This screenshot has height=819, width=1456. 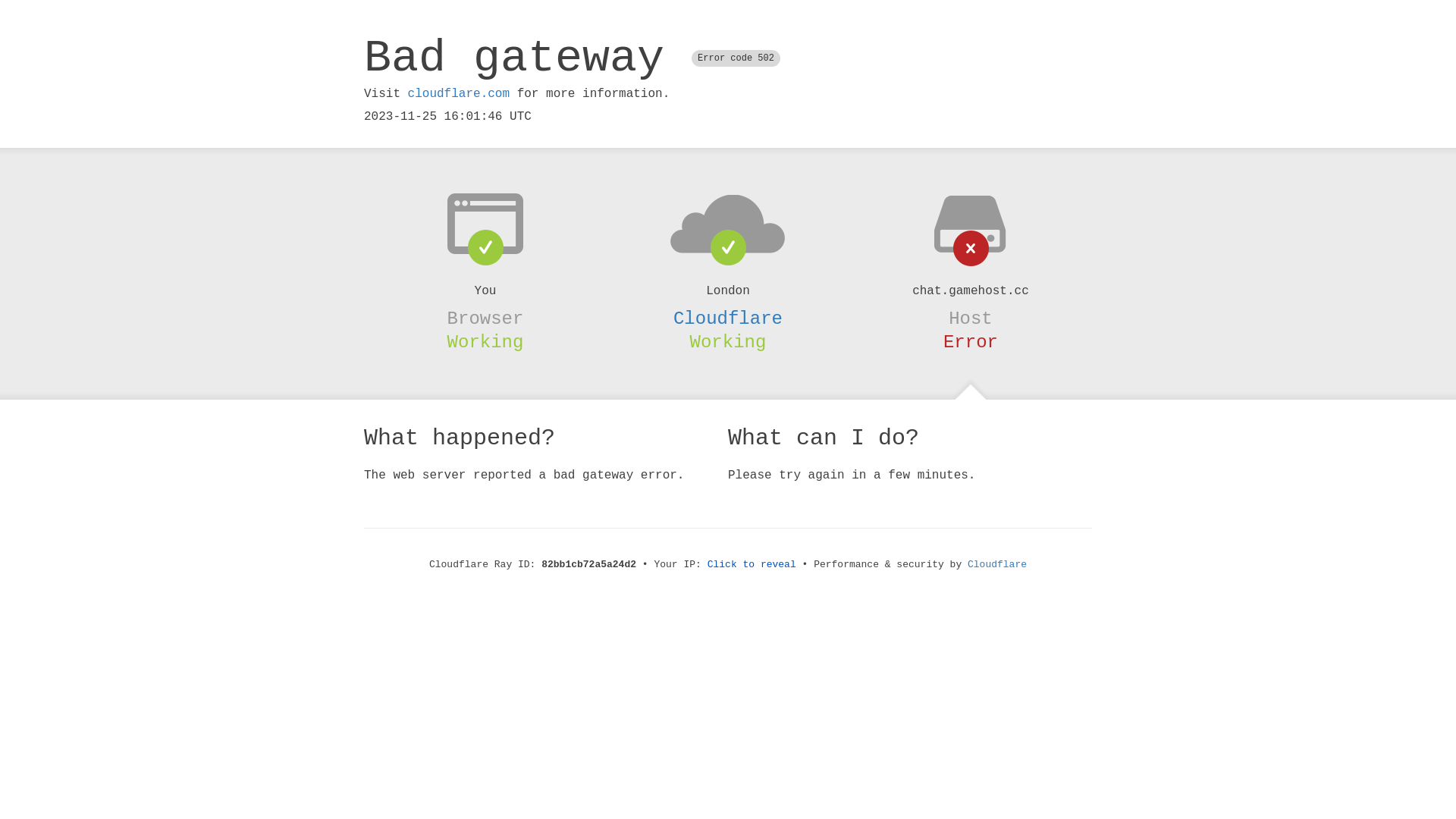 I want to click on 'Click to reveal', so click(x=752, y=564).